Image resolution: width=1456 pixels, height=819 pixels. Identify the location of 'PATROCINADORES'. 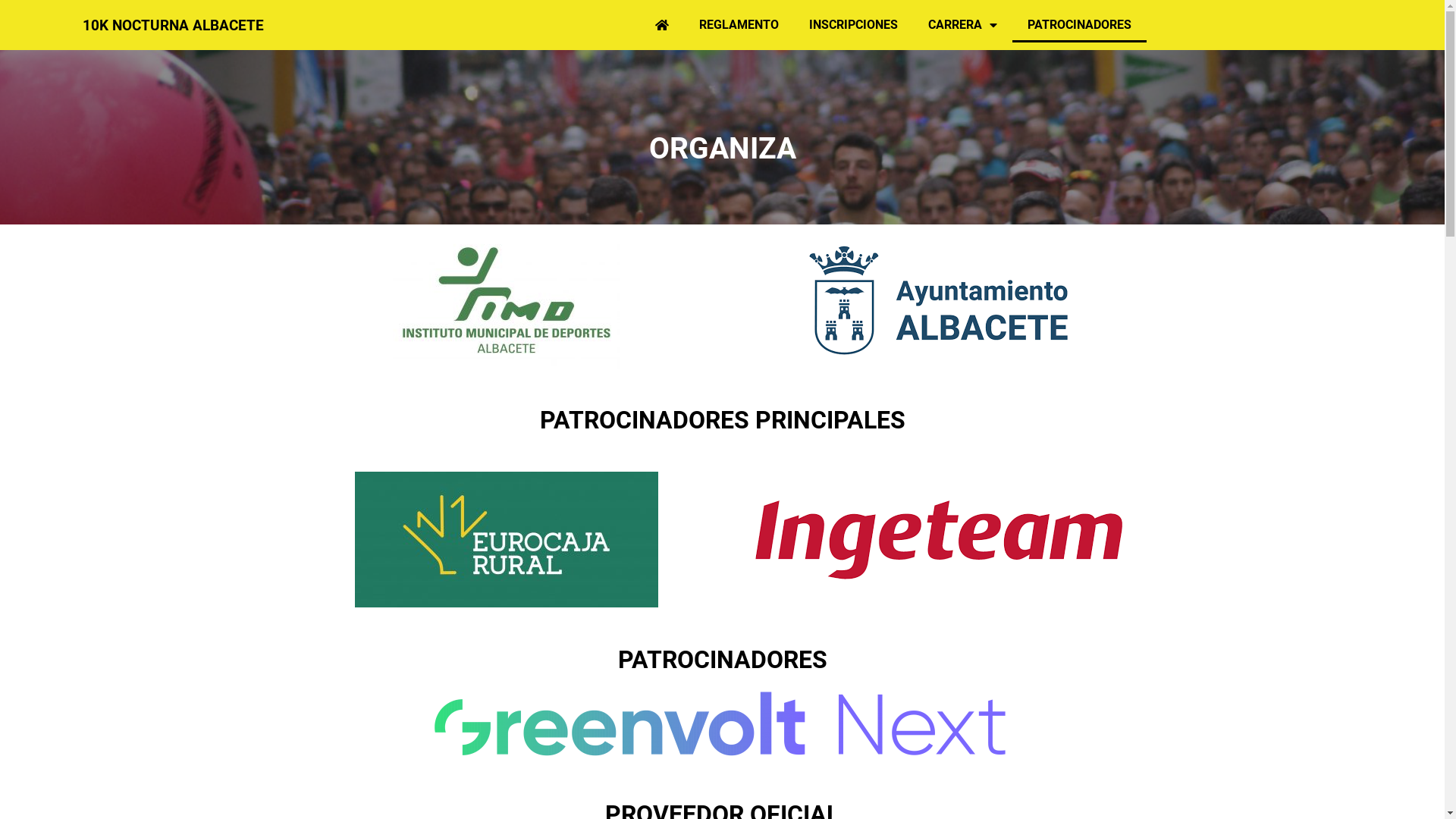
(1078, 25).